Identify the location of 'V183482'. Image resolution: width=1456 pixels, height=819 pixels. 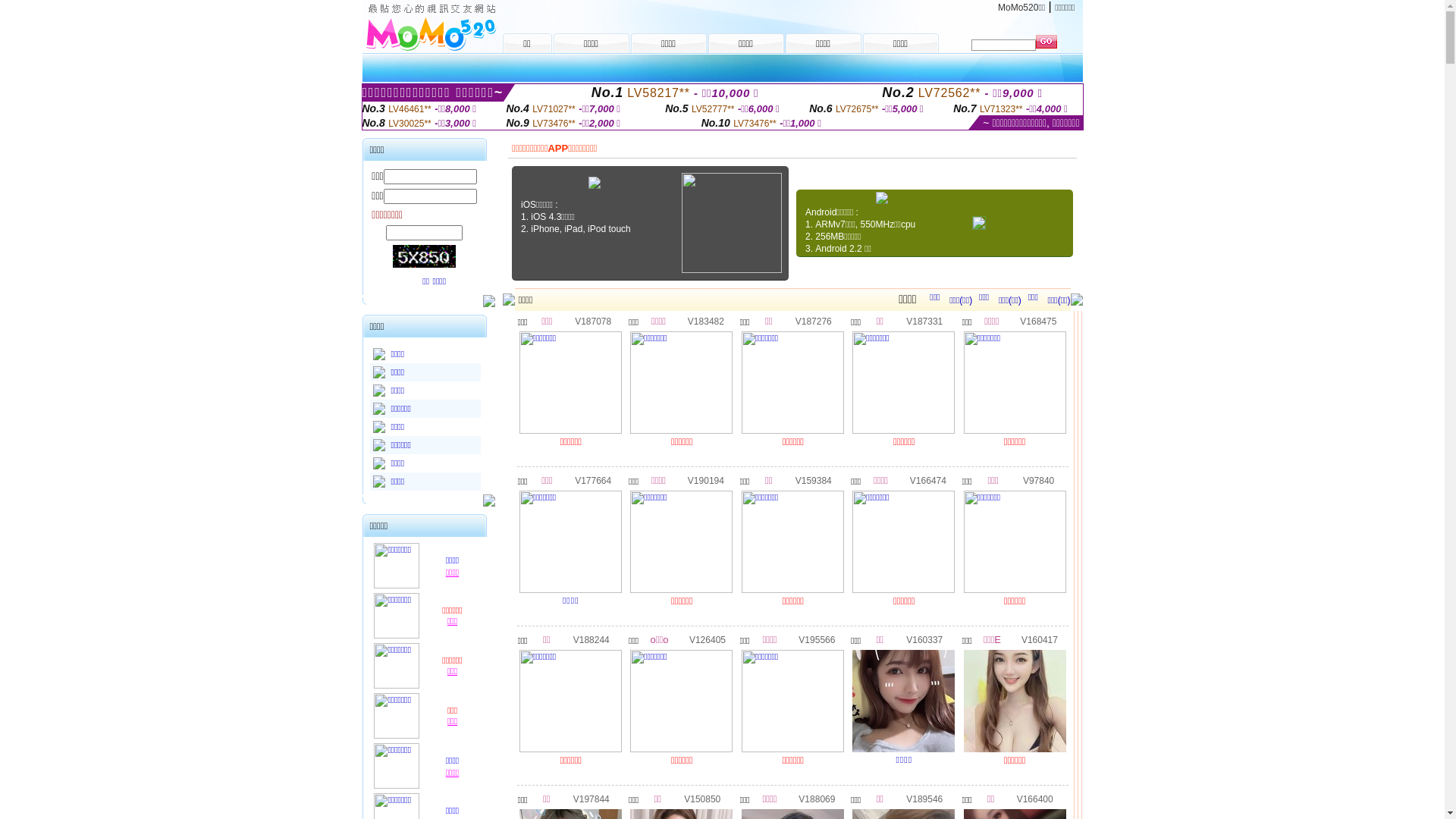
(705, 320).